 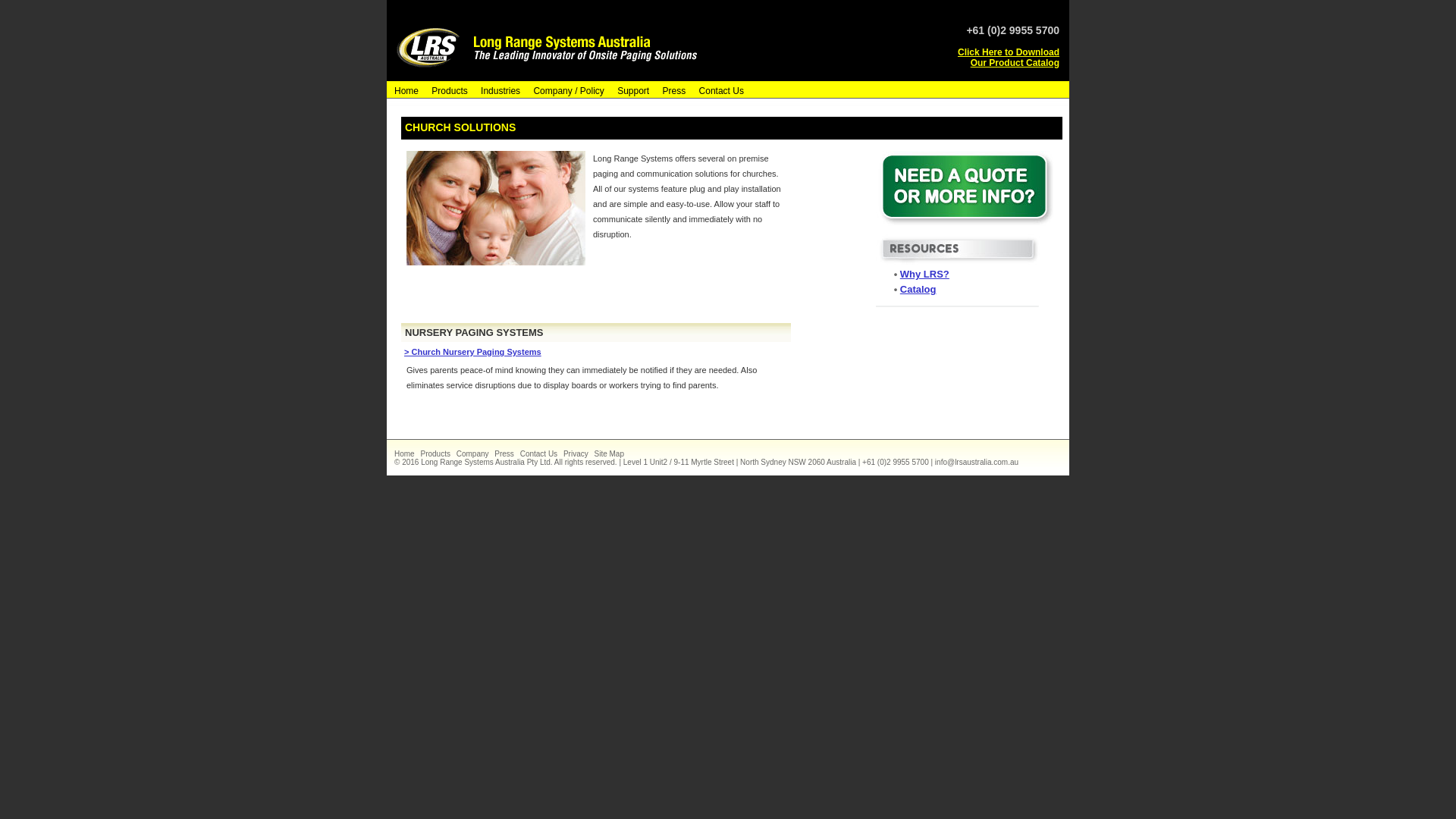 What do you see at coordinates (917, 289) in the screenshot?
I see `'Catalog'` at bounding box center [917, 289].